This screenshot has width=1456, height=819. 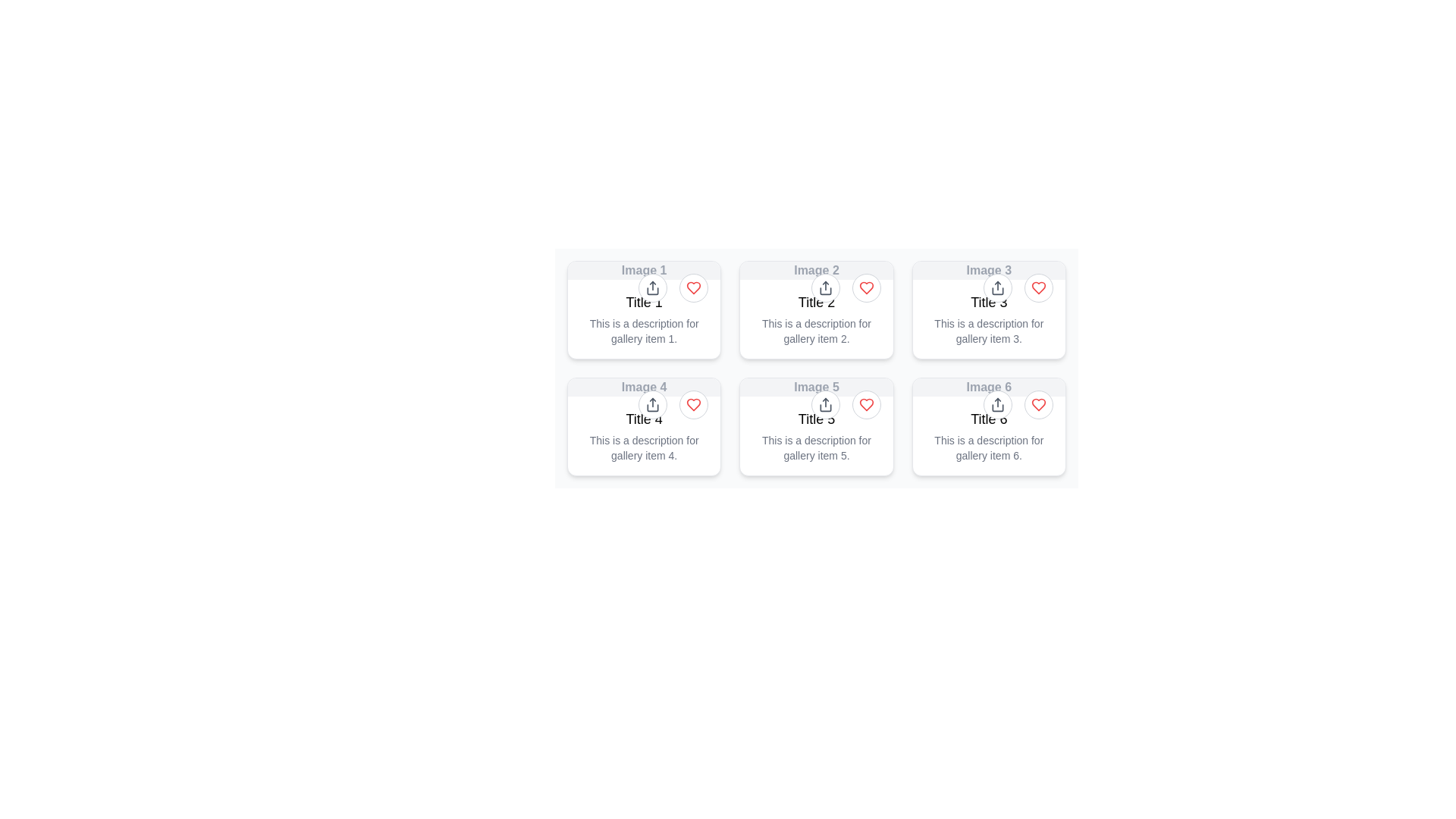 I want to click on the 'like' button located in the top-right corner of the first gallery item titled 'Image 1', so click(x=693, y=288).